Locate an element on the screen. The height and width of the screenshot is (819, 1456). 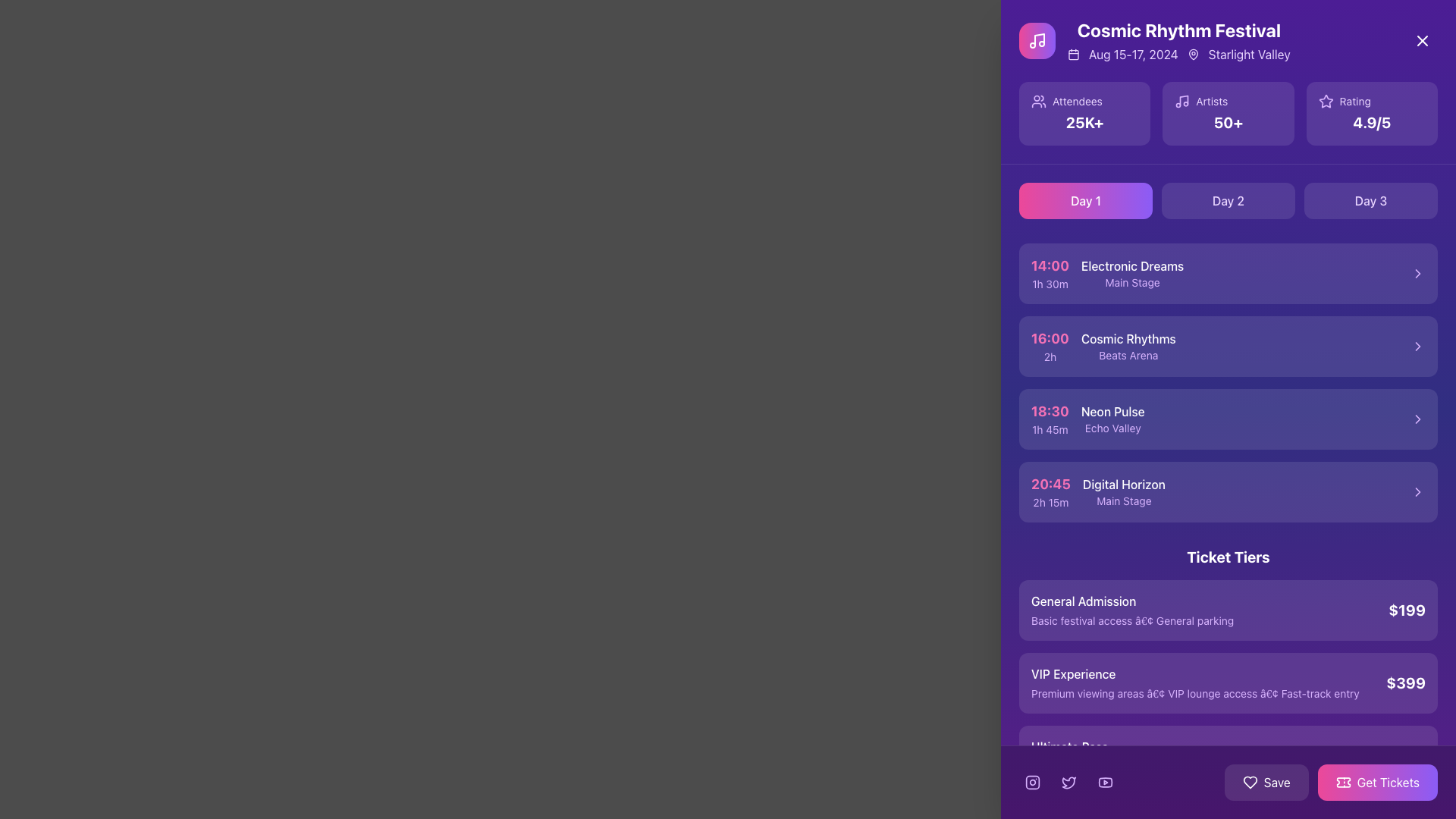
the combined text labels displaying a pink '16:00' start time and a purple '2h' duration, which are located in the timetable under the 'Cosmic Rhythms' event is located at coordinates (1049, 346).